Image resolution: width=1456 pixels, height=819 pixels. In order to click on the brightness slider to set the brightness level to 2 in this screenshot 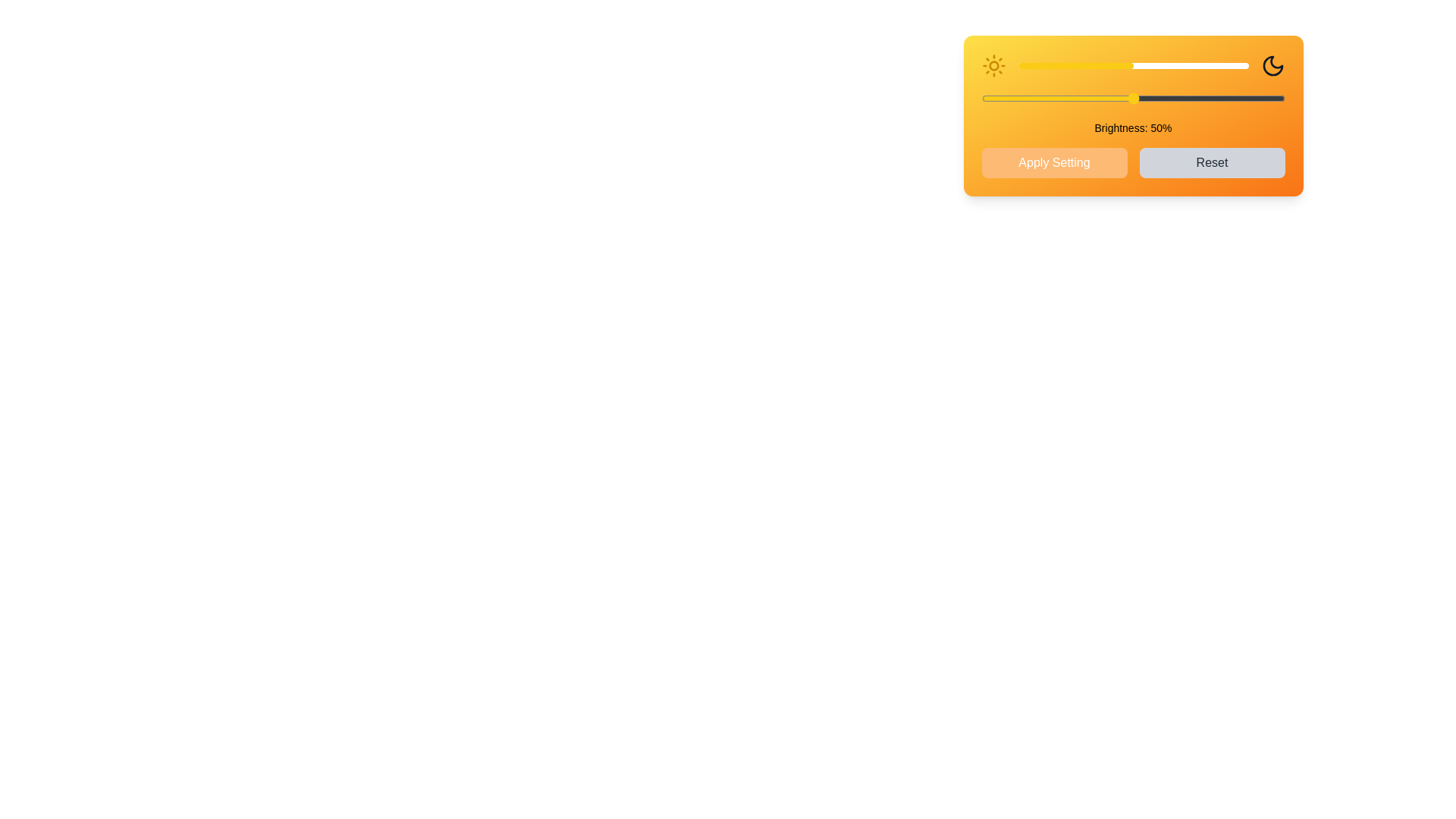, I will do `click(1022, 65)`.